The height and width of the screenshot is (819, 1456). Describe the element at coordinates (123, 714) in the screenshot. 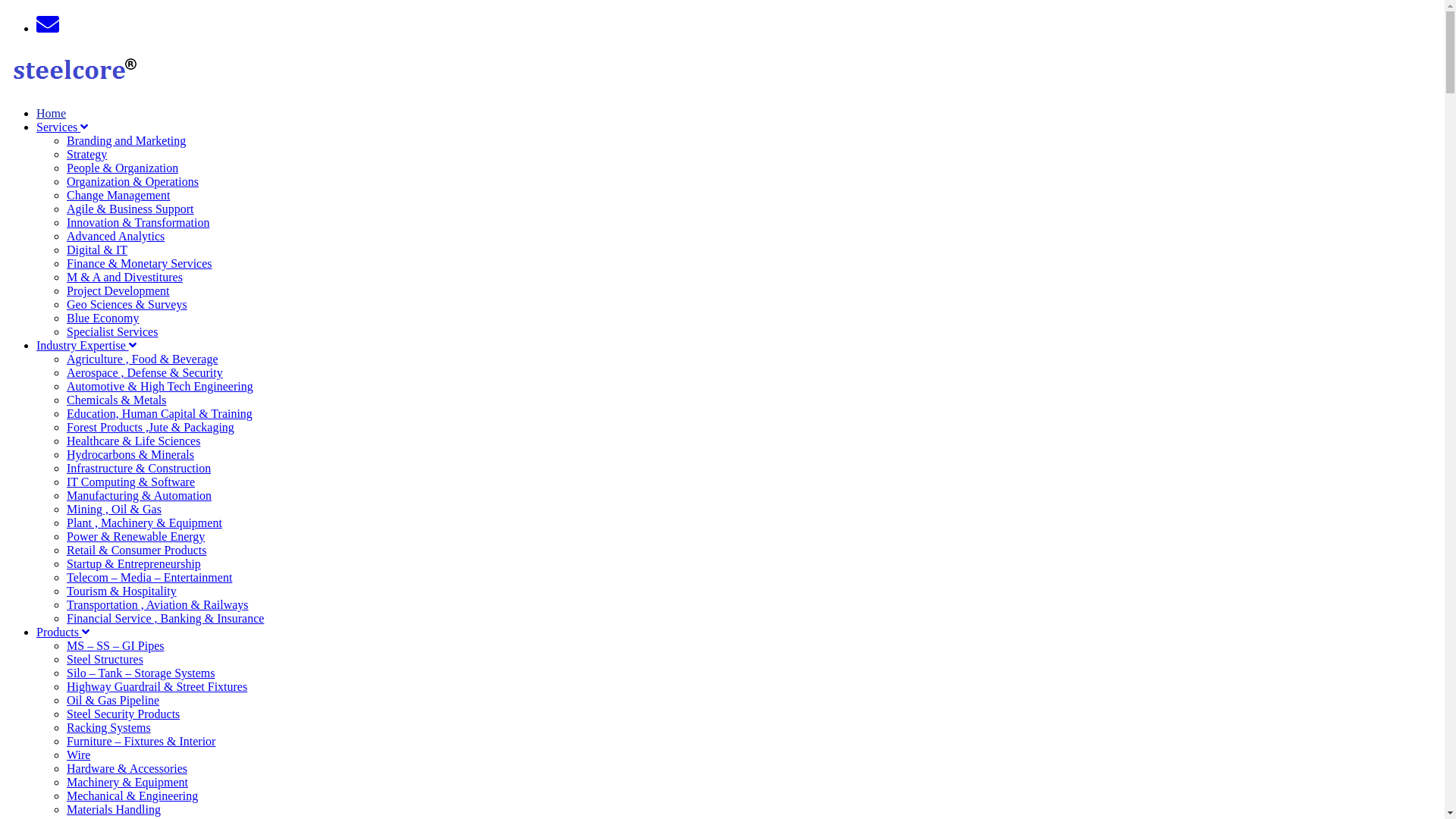

I see `'Steel Security Products'` at that location.